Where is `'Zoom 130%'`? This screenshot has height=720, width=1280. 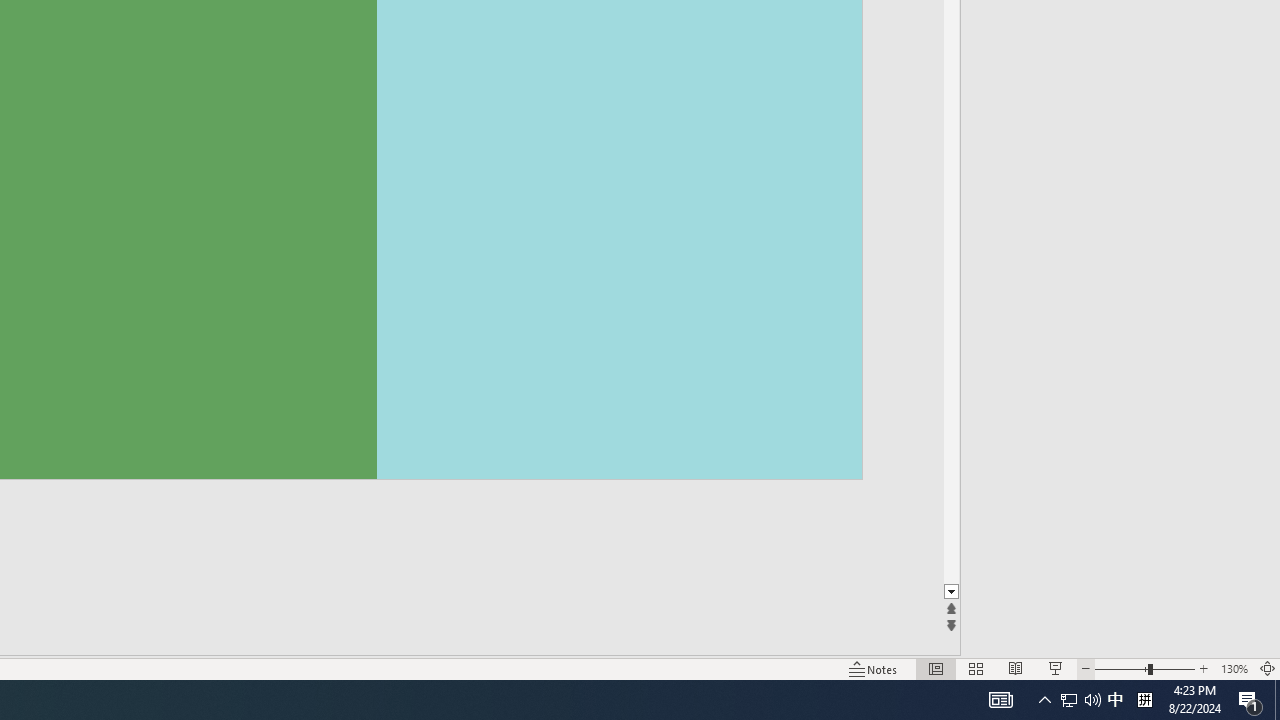
'Zoom 130%' is located at coordinates (1233, 669).